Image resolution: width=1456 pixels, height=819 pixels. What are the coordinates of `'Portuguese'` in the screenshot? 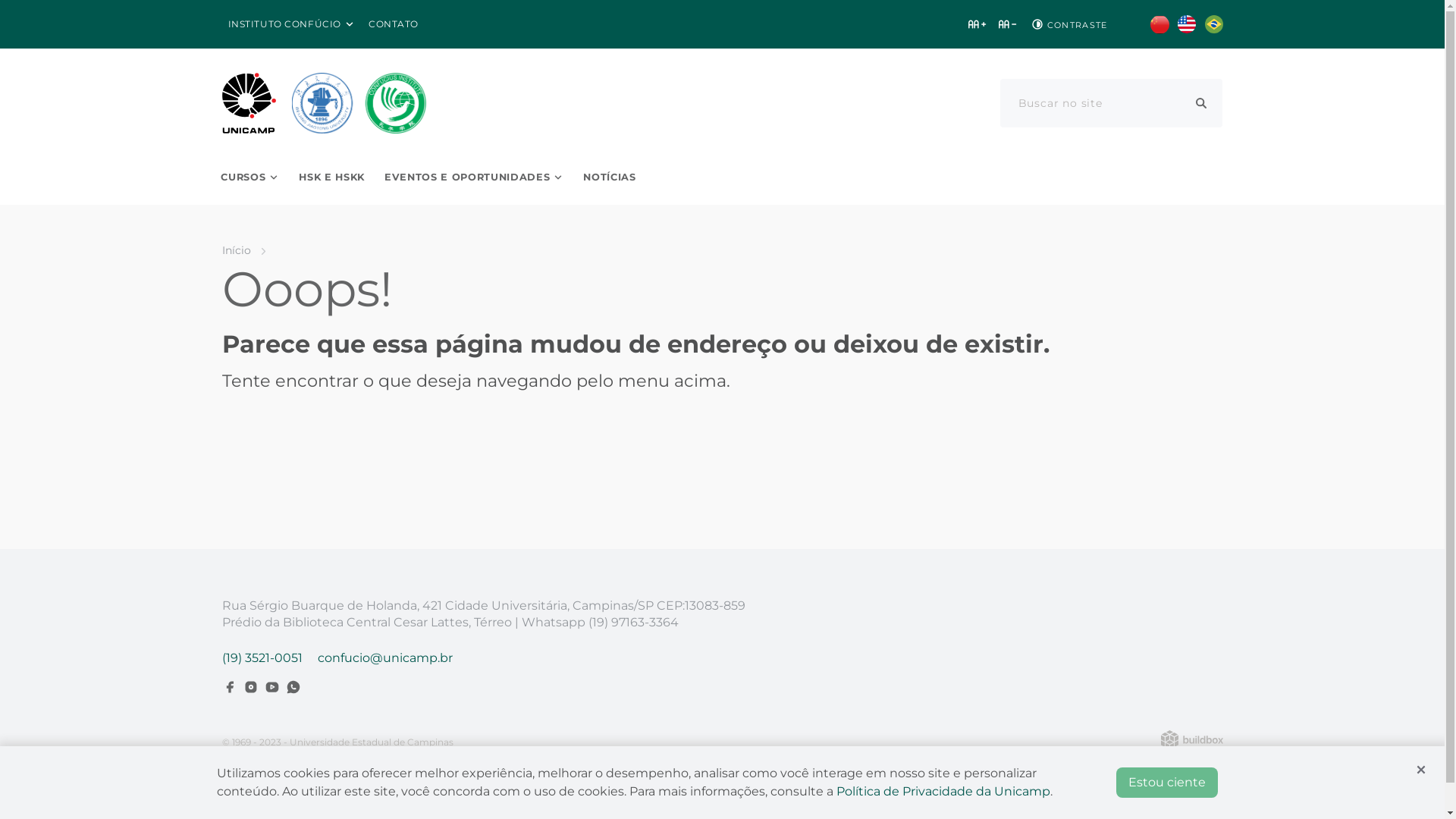 It's located at (1212, 24).